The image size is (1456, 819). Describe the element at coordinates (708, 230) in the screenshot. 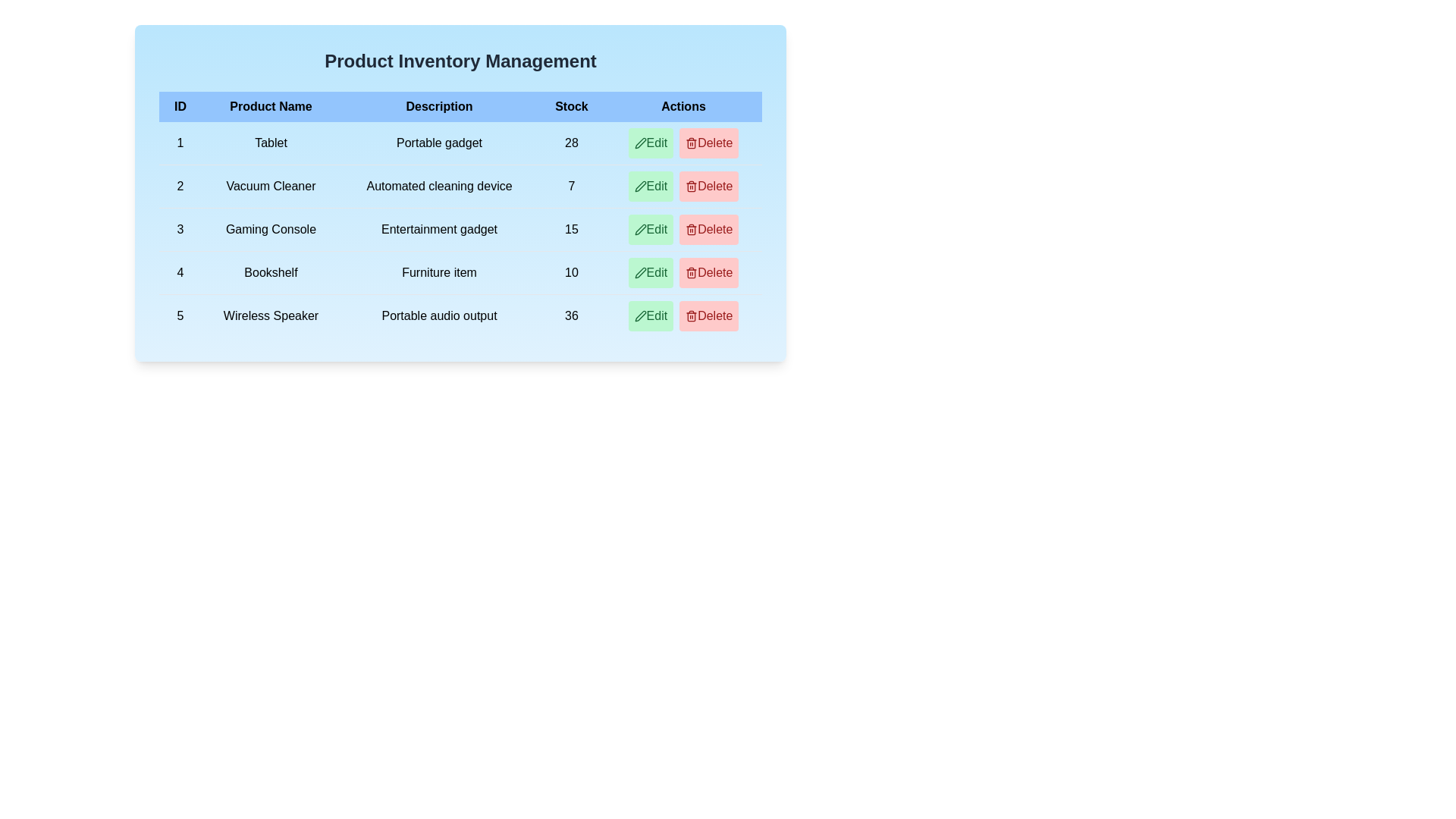

I see `the deletion button in the third row under the 'Actions' column` at that location.